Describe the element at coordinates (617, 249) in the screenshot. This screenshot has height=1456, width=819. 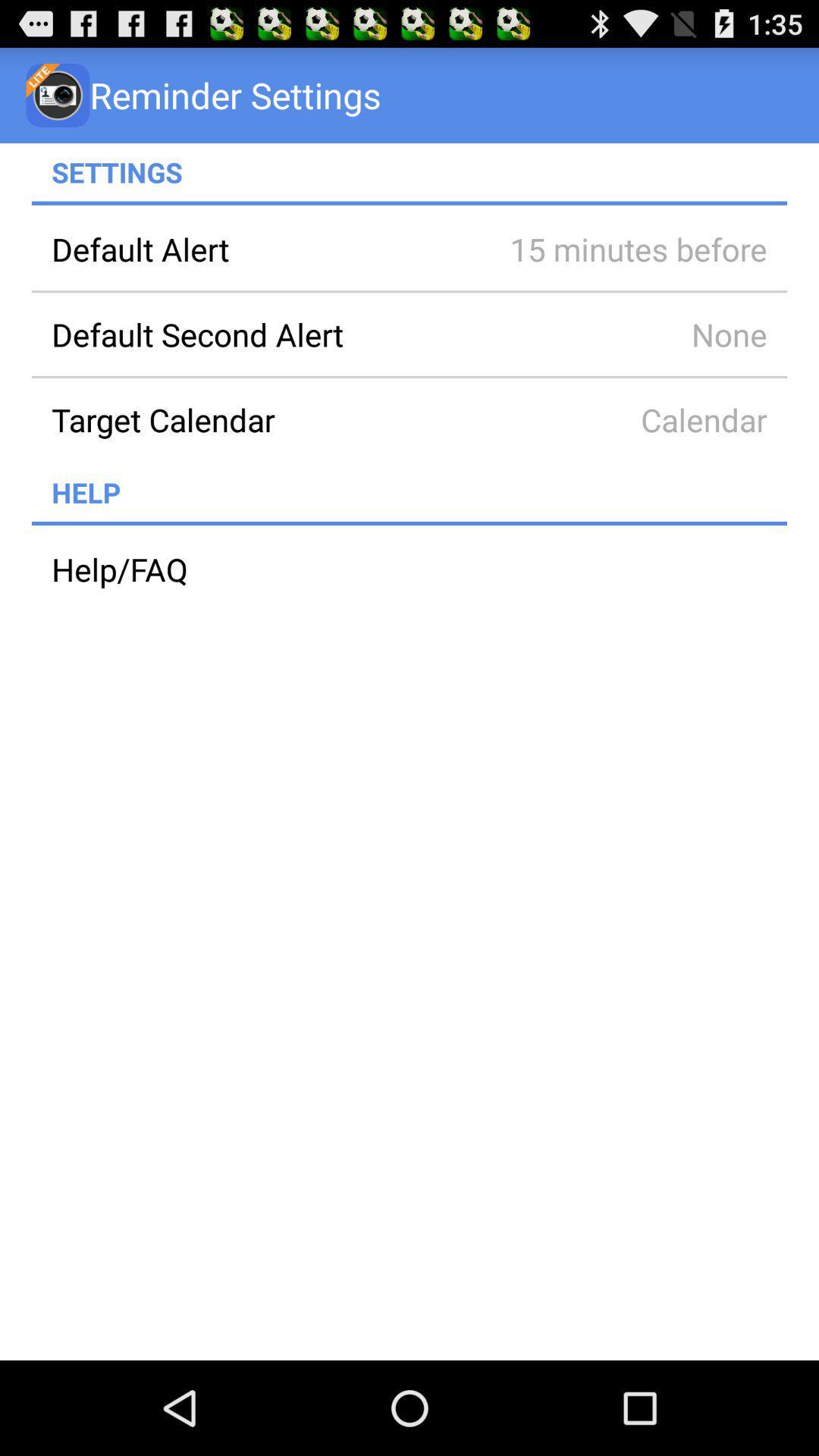
I see `the item next to default alert app` at that location.